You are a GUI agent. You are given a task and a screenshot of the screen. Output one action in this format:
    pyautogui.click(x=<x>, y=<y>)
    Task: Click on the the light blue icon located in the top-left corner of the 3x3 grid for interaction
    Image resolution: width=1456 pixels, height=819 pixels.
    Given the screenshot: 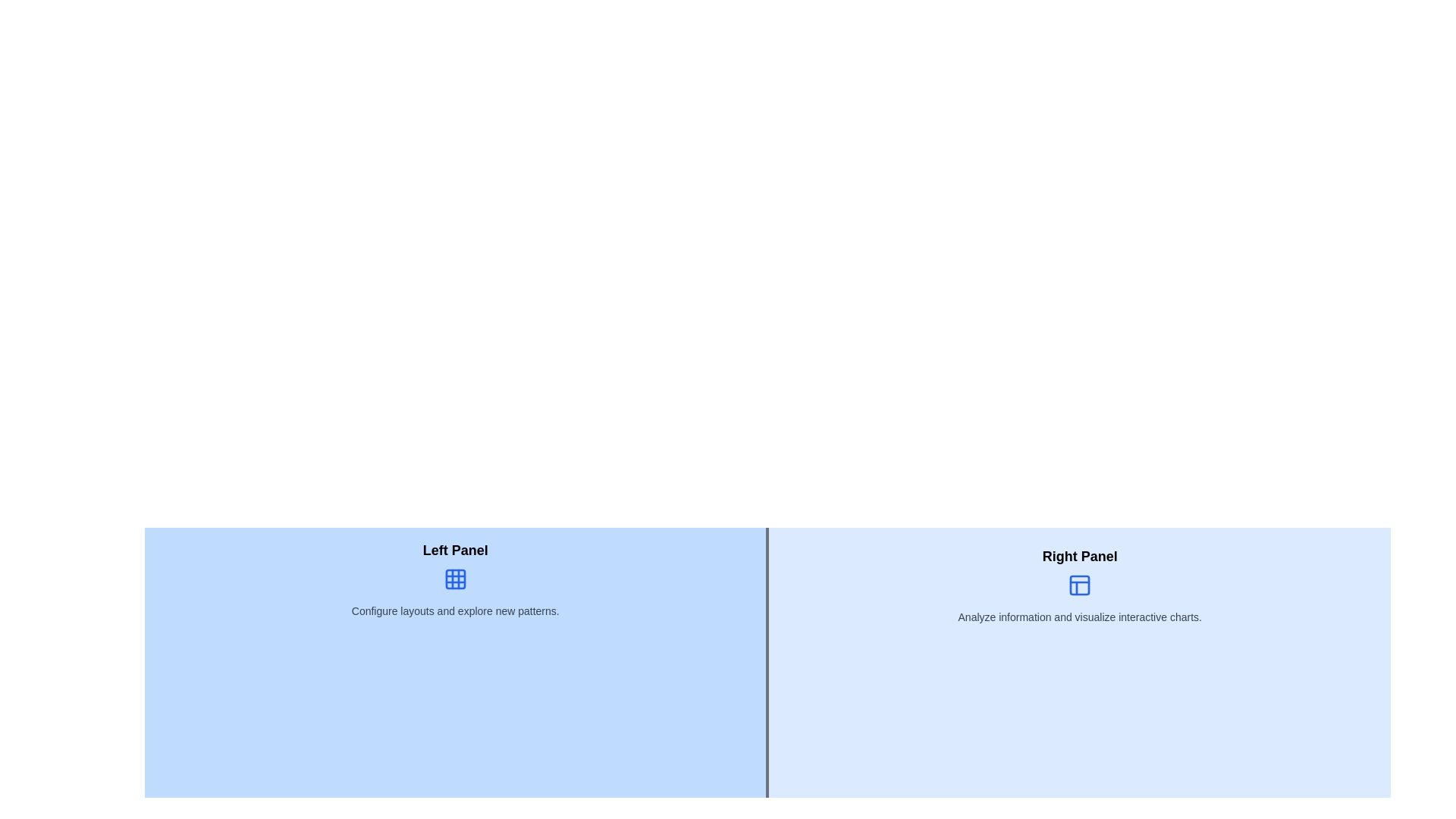 What is the action you would take?
    pyautogui.click(x=454, y=579)
    